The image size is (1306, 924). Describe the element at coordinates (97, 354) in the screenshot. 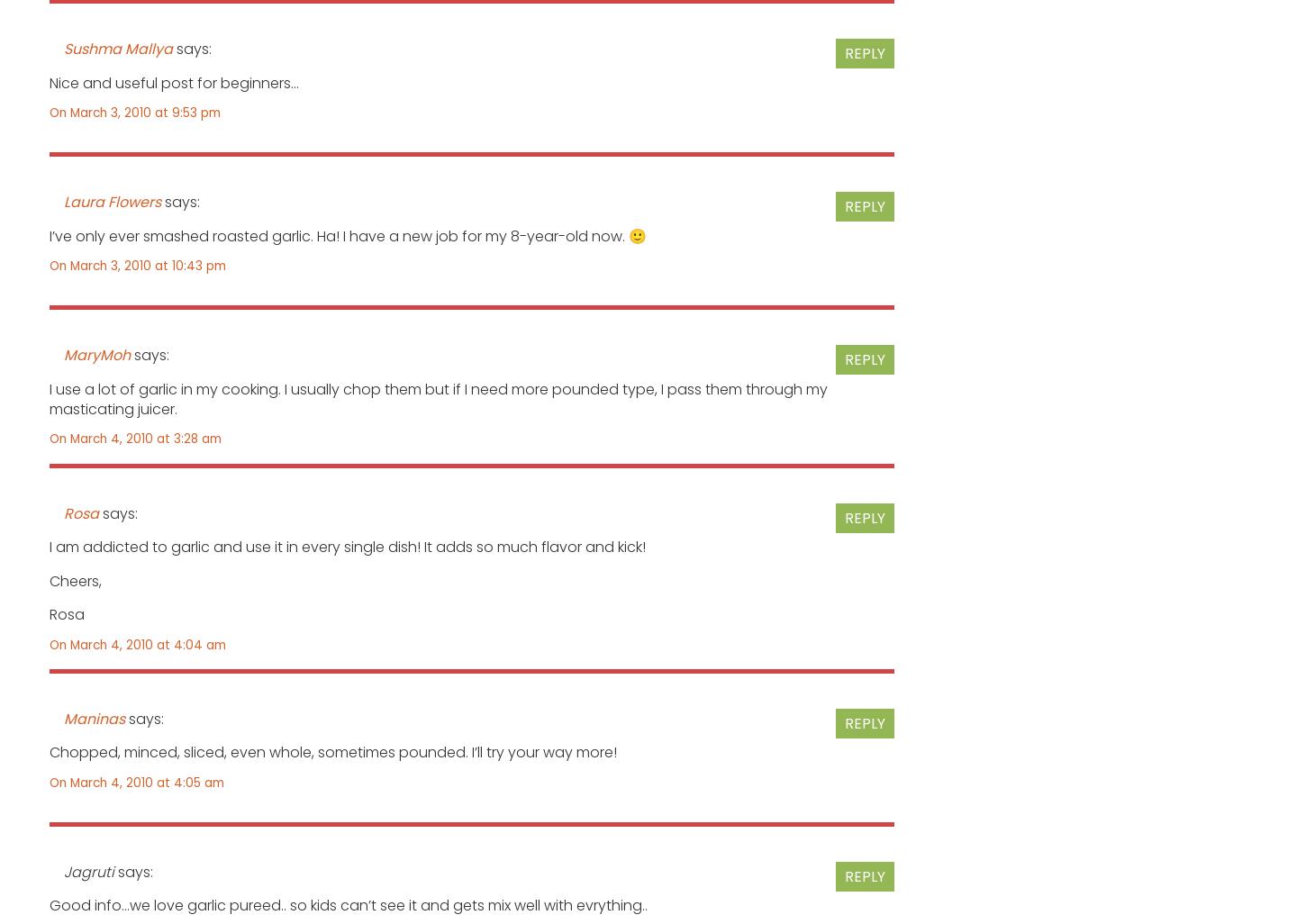

I see `'MaryMoh'` at that location.